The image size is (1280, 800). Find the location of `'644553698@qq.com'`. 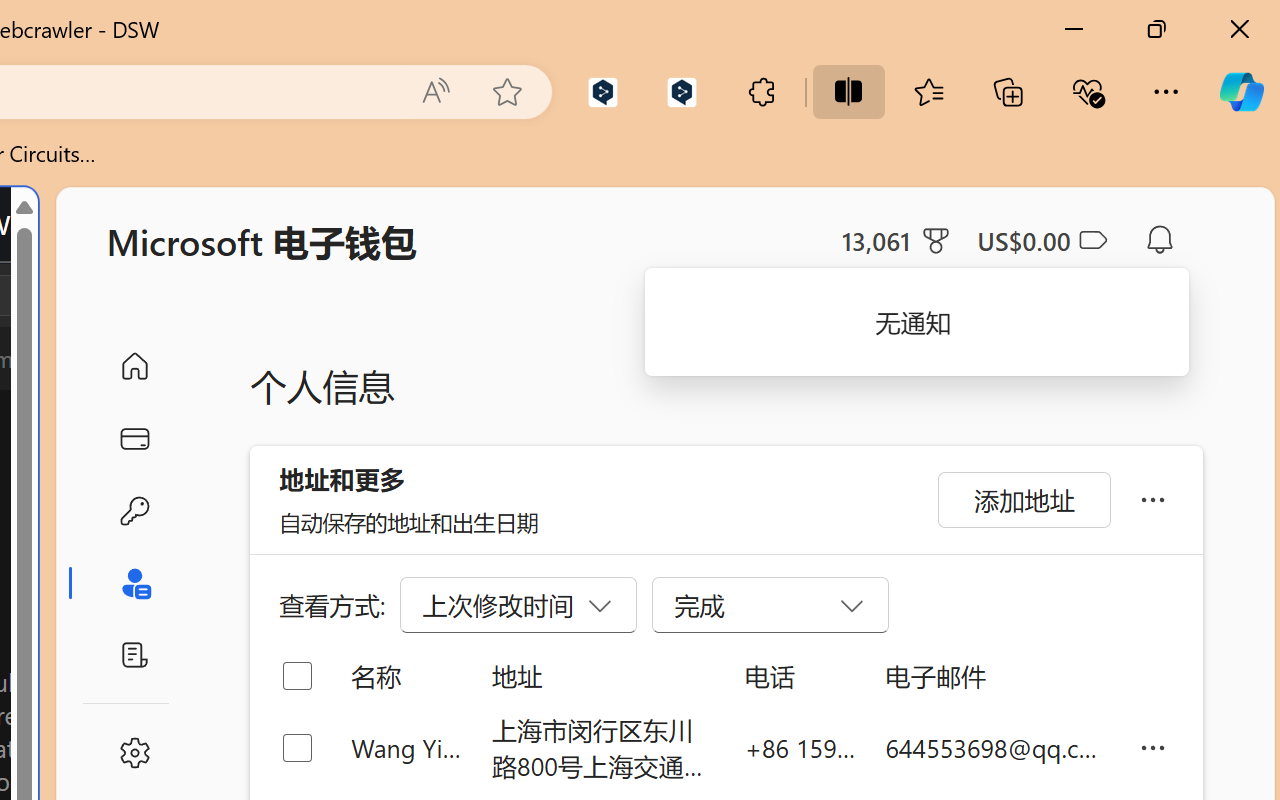

'644553698@qq.com' is located at coordinates (996, 747).